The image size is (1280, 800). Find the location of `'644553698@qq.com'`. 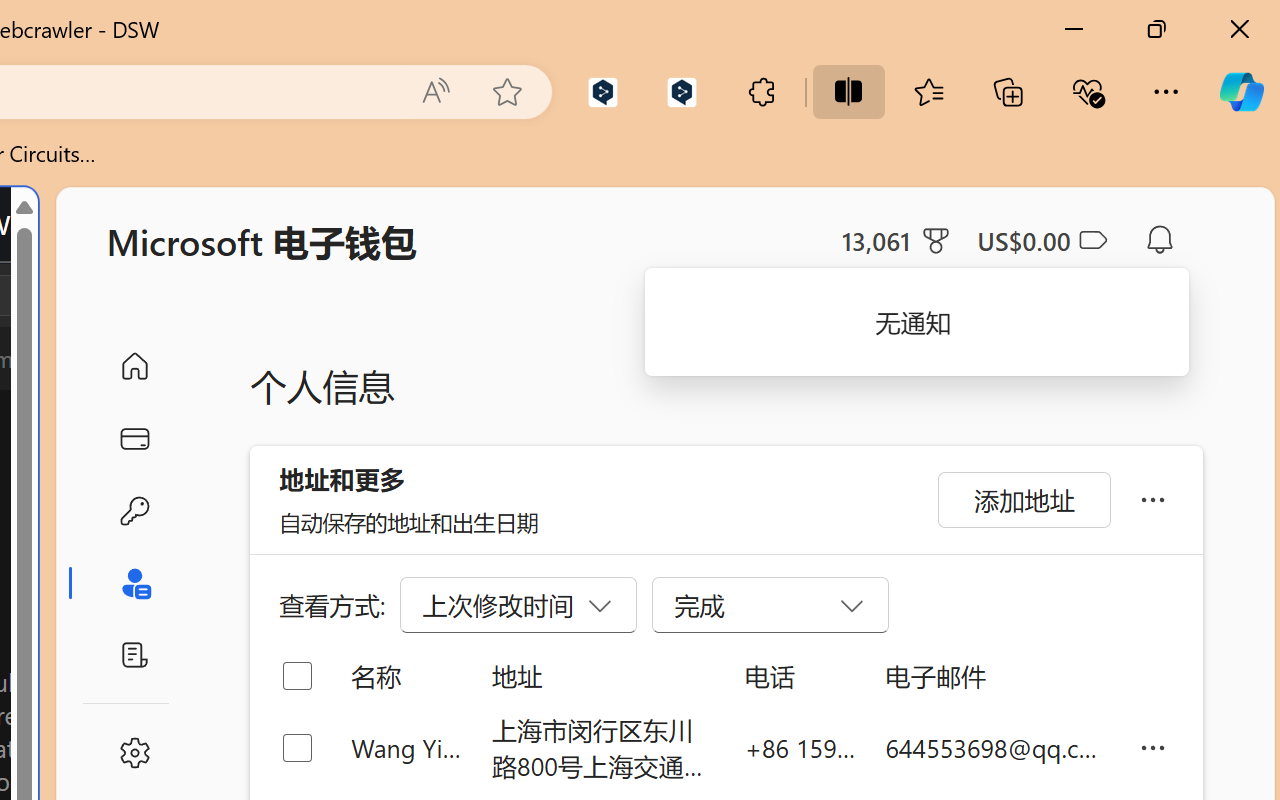

'644553698@qq.com' is located at coordinates (996, 747).